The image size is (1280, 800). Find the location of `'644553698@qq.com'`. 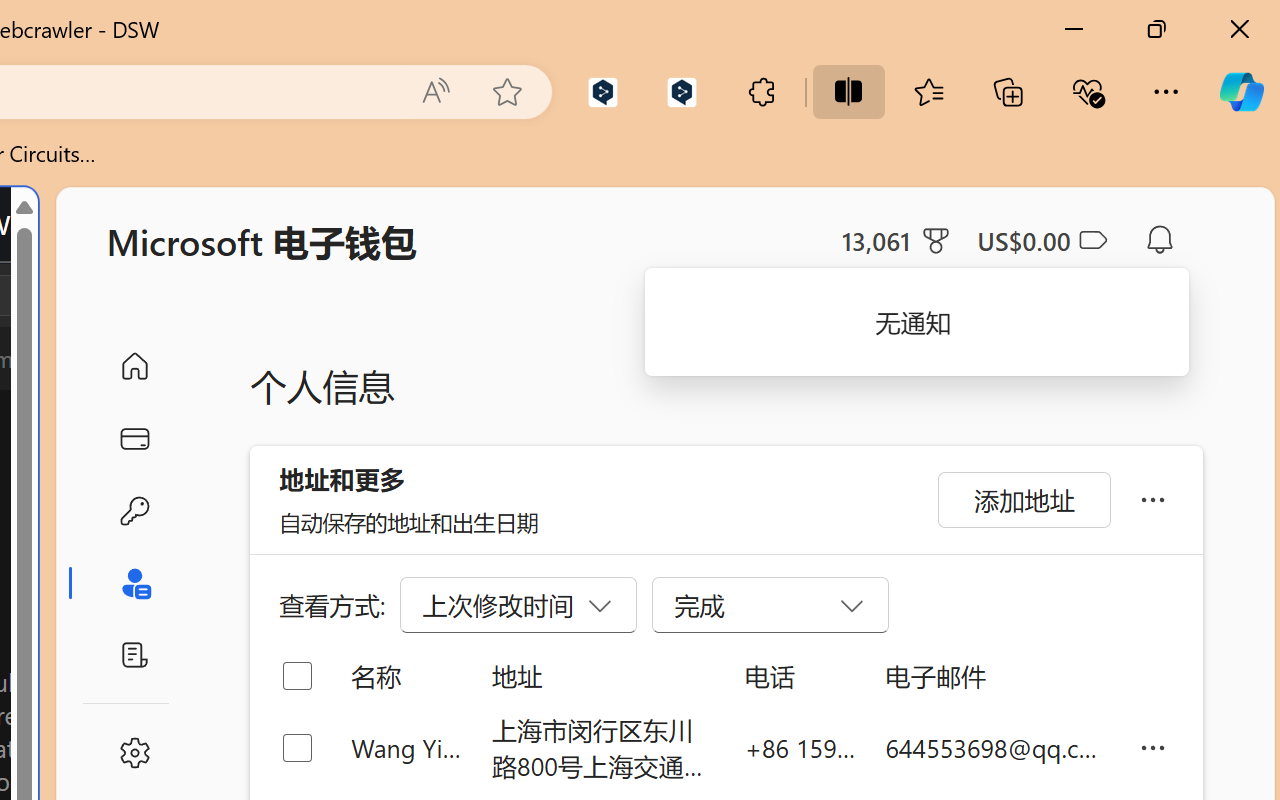

'644553698@qq.com' is located at coordinates (996, 747).